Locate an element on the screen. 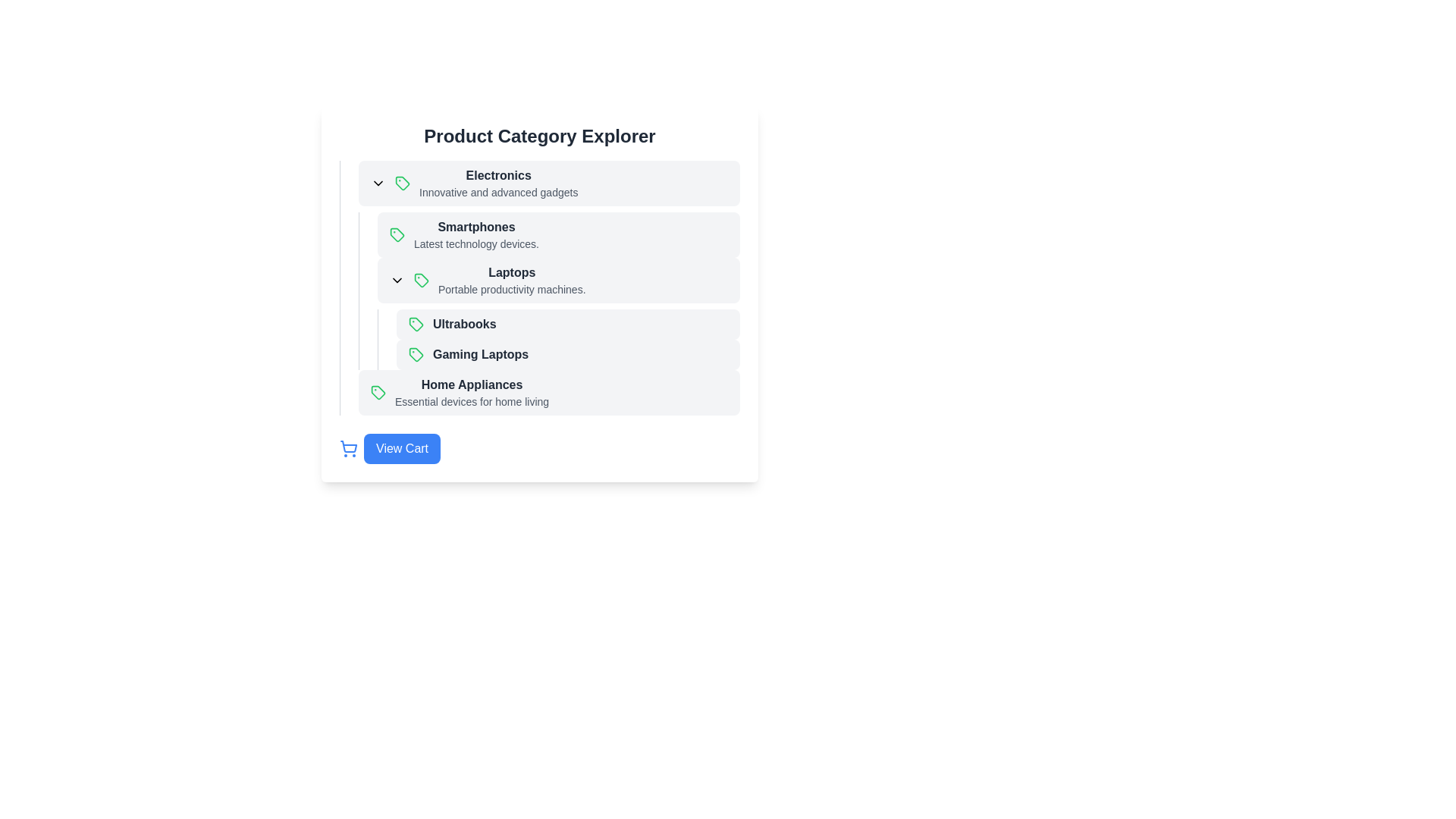 The height and width of the screenshot is (819, 1456). the small green tag icon with a circular dot, which is the first icon in the row labeled 'Gaming Laptops' is located at coordinates (416, 354).